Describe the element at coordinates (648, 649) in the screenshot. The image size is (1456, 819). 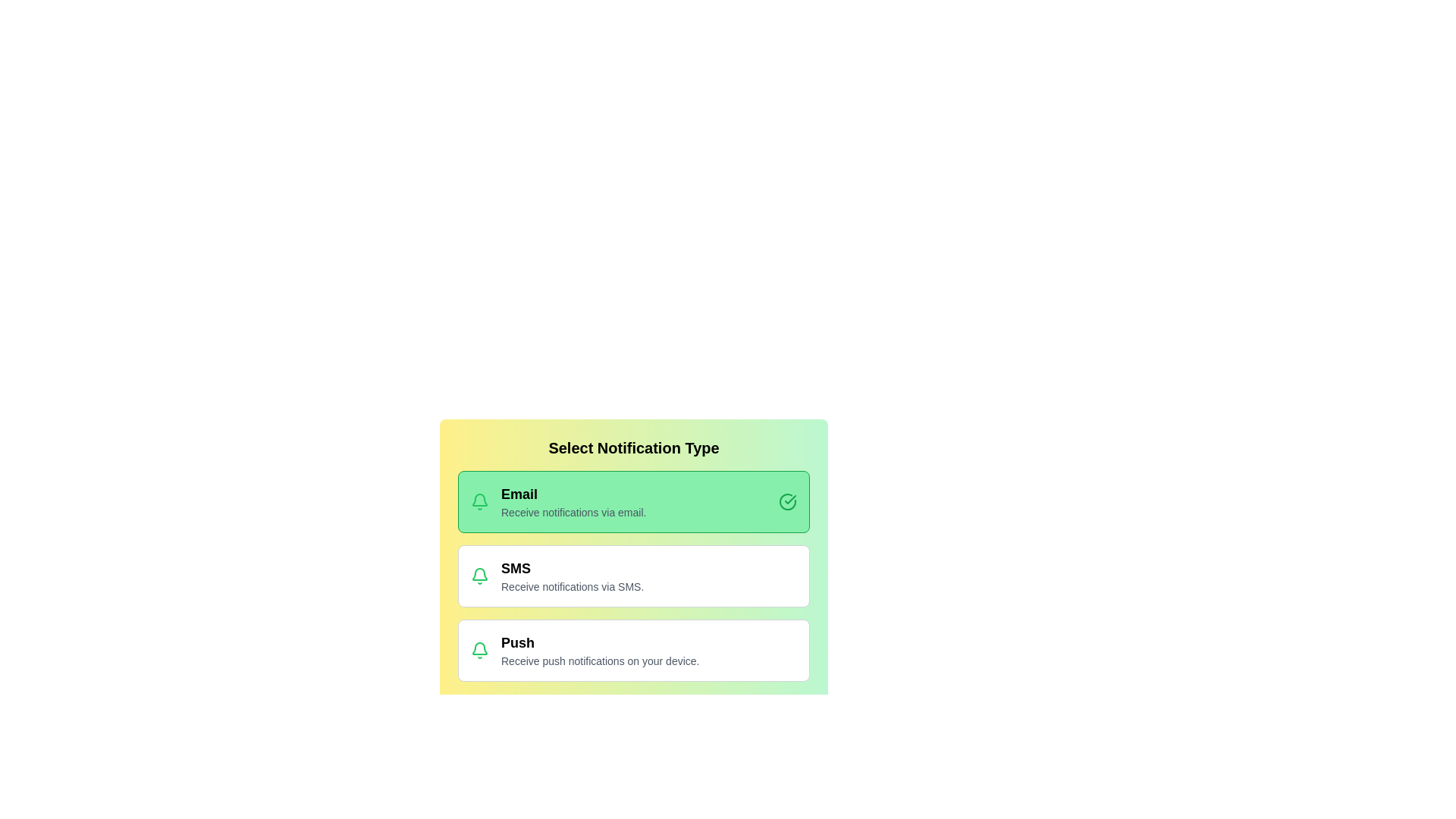
I see `the 'Push Notifications' button, which is the third selectable option under the 'Select Notification Type' header, located below the 'Email' and 'SMS' options` at that location.